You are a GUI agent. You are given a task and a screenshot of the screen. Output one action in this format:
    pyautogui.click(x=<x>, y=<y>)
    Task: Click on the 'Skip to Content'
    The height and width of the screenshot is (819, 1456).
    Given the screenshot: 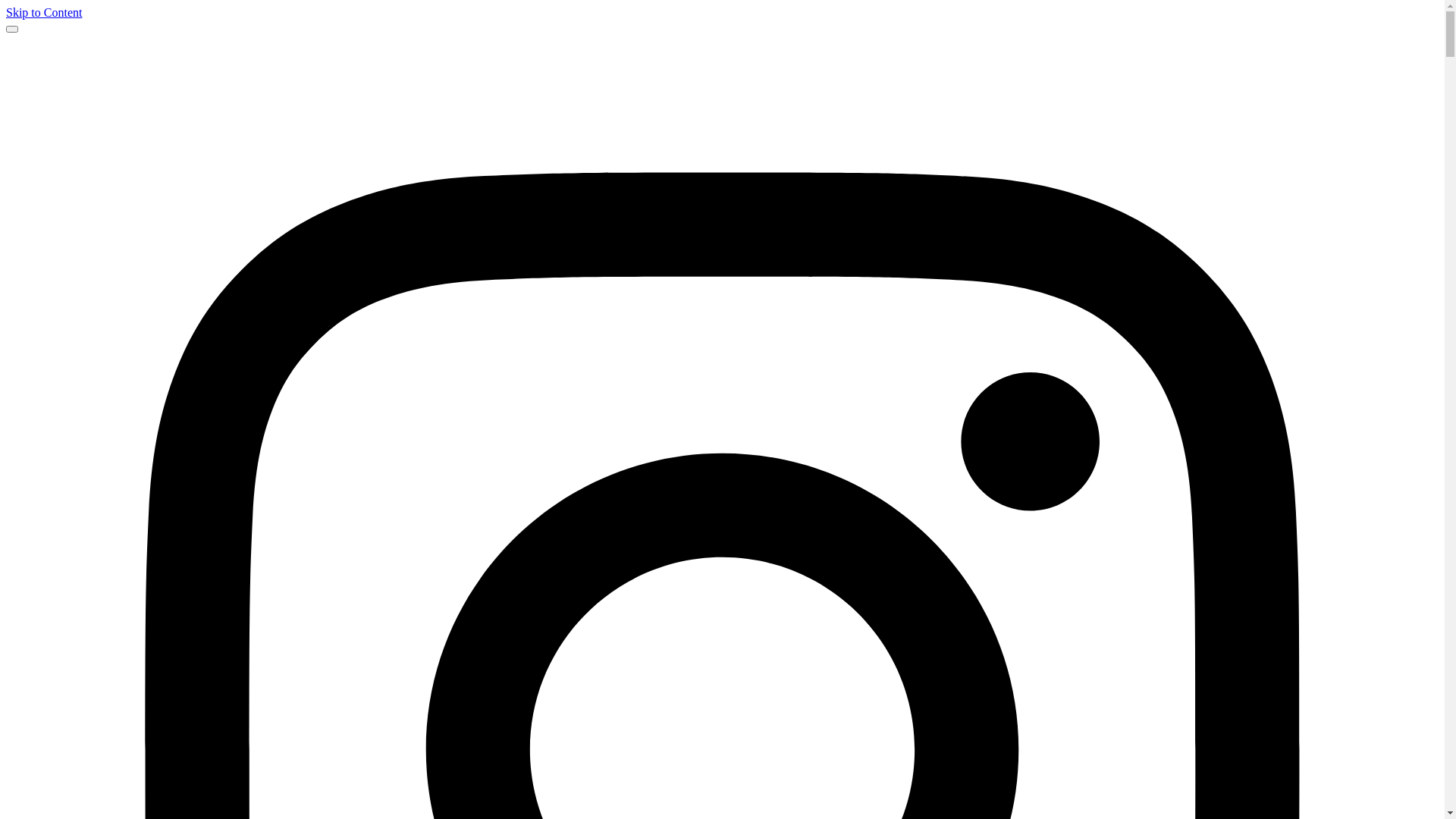 What is the action you would take?
    pyautogui.click(x=6, y=12)
    